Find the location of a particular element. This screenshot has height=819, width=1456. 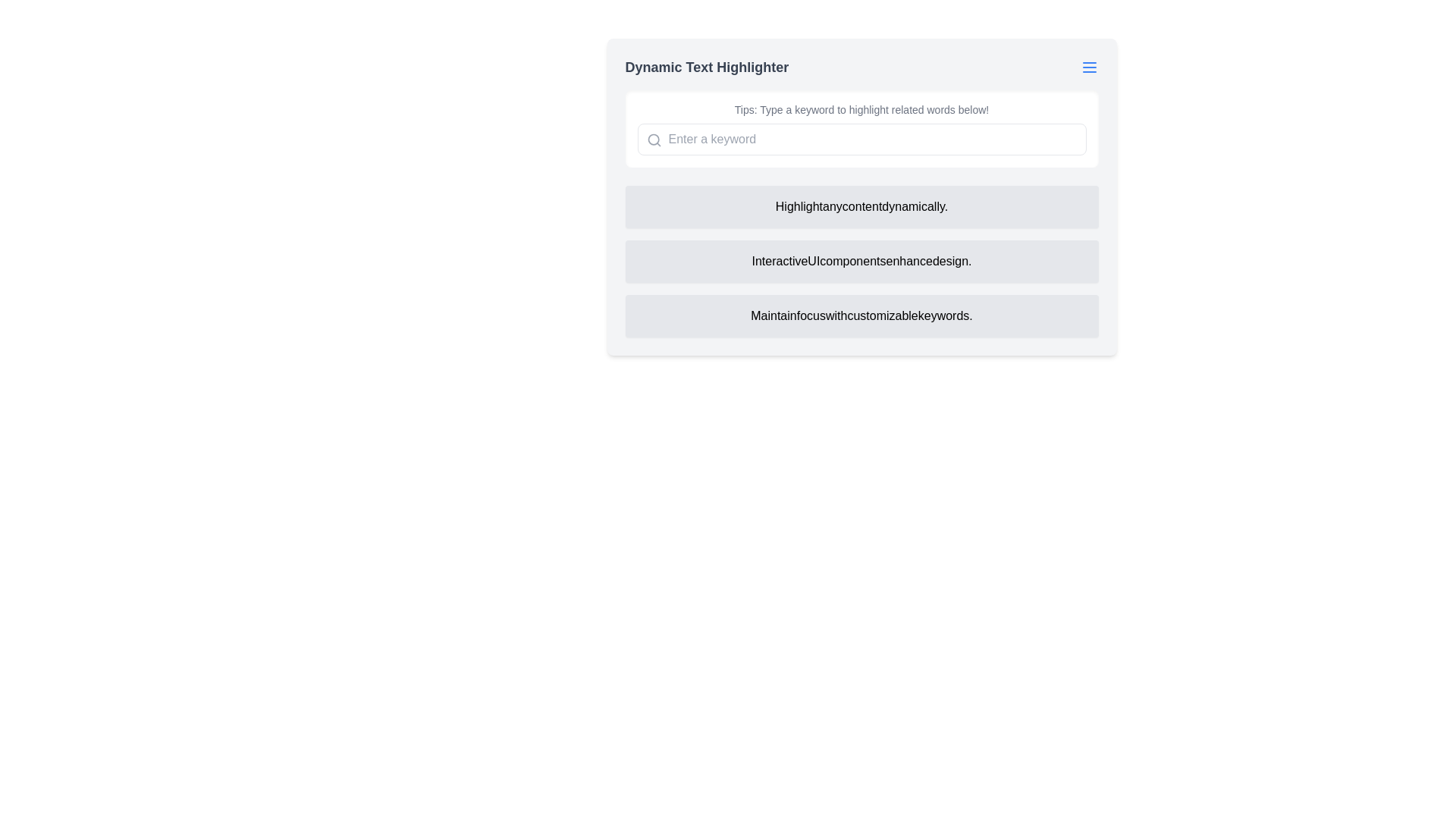

the static text component that is the third word in the sentence 'Interactive UI components enhance design.' is located at coordinates (852, 260).